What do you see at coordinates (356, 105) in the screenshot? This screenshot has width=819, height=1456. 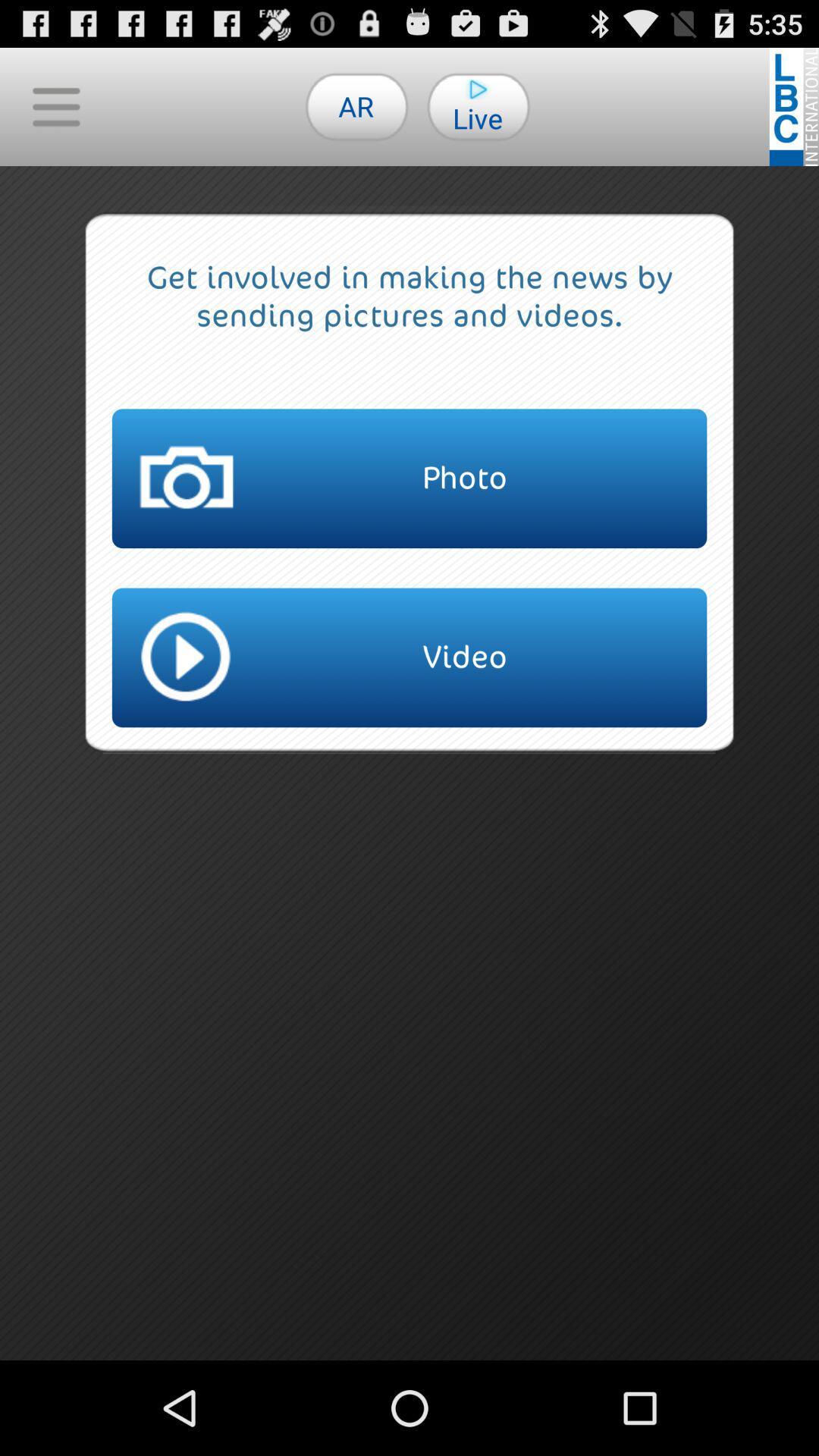 I see `icon to the left of live app` at bounding box center [356, 105].